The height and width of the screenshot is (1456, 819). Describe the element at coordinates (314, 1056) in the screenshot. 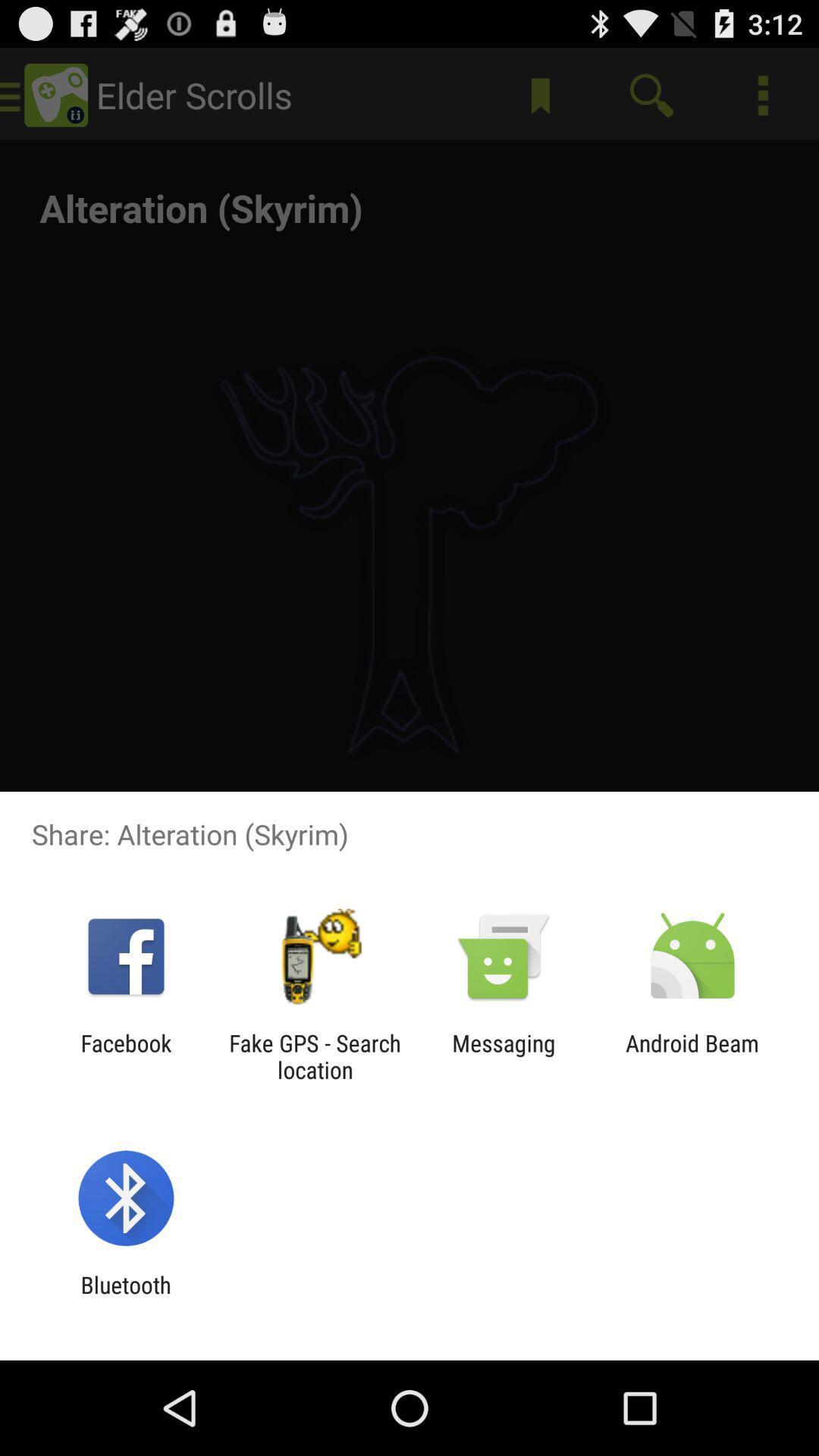

I see `the icon to the left of the messaging` at that location.